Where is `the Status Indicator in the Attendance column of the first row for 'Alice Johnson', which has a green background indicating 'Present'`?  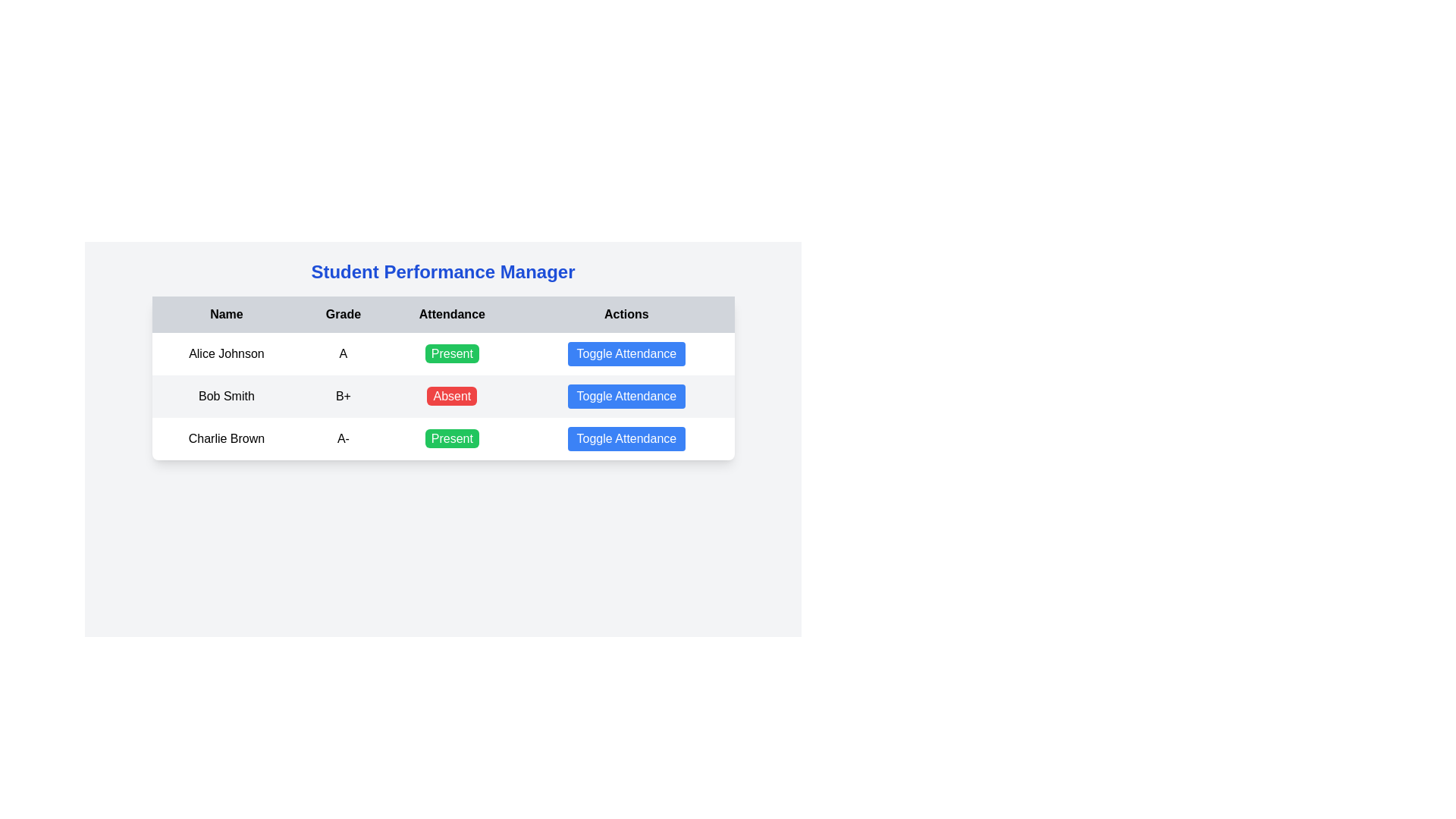 the Status Indicator in the Attendance column of the first row for 'Alice Johnson', which has a green background indicating 'Present' is located at coordinates (451, 353).